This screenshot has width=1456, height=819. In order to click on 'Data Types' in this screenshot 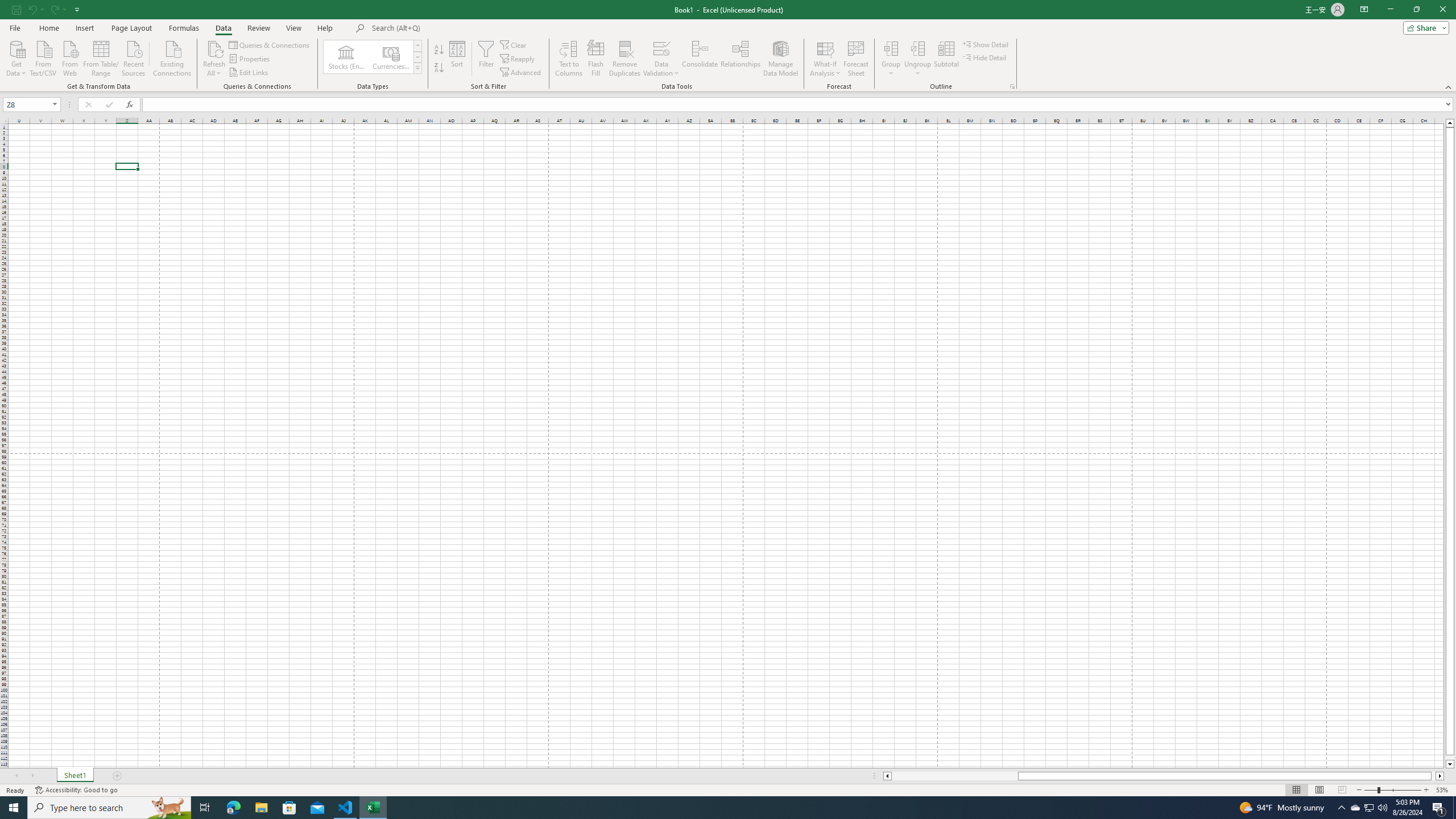, I will do `click(417, 67)`.